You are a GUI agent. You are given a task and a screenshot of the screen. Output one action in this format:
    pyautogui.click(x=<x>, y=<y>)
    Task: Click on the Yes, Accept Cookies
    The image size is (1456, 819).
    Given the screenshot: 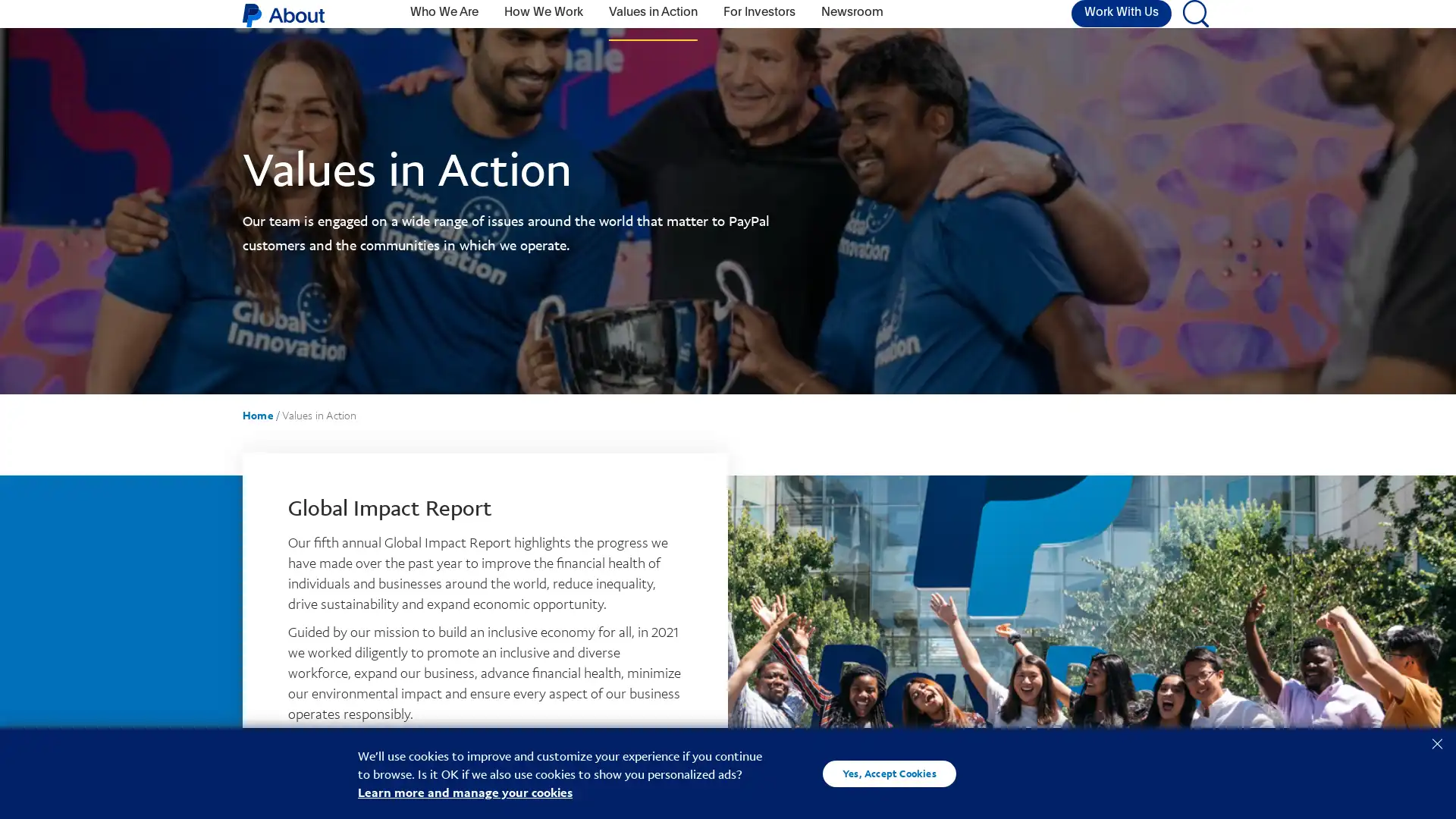 What is the action you would take?
    pyautogui.click(x=889, y=773)
    